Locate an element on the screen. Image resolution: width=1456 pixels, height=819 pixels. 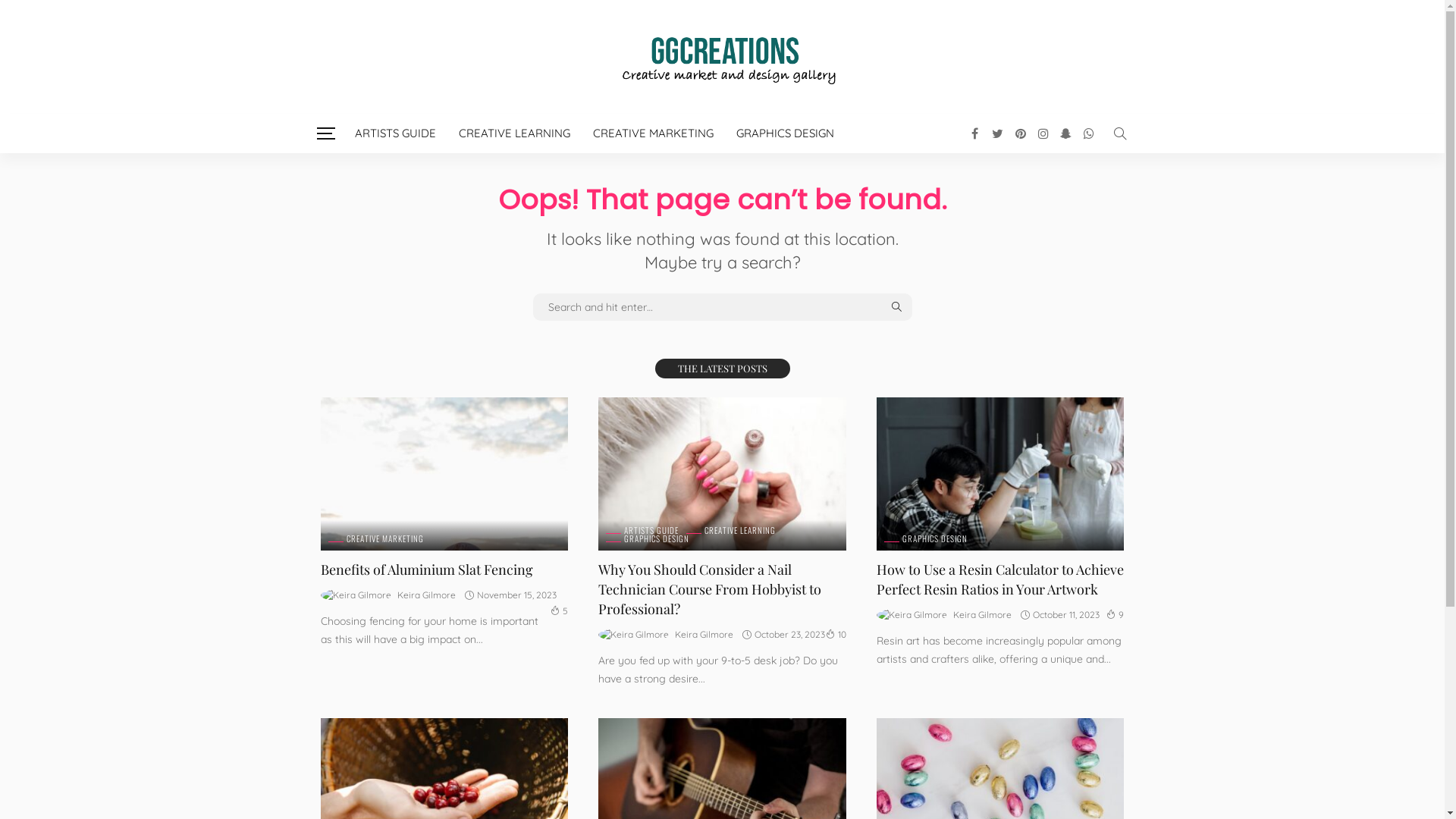
'ARTISTS GUIDE' is located at coordinates (341, 133).